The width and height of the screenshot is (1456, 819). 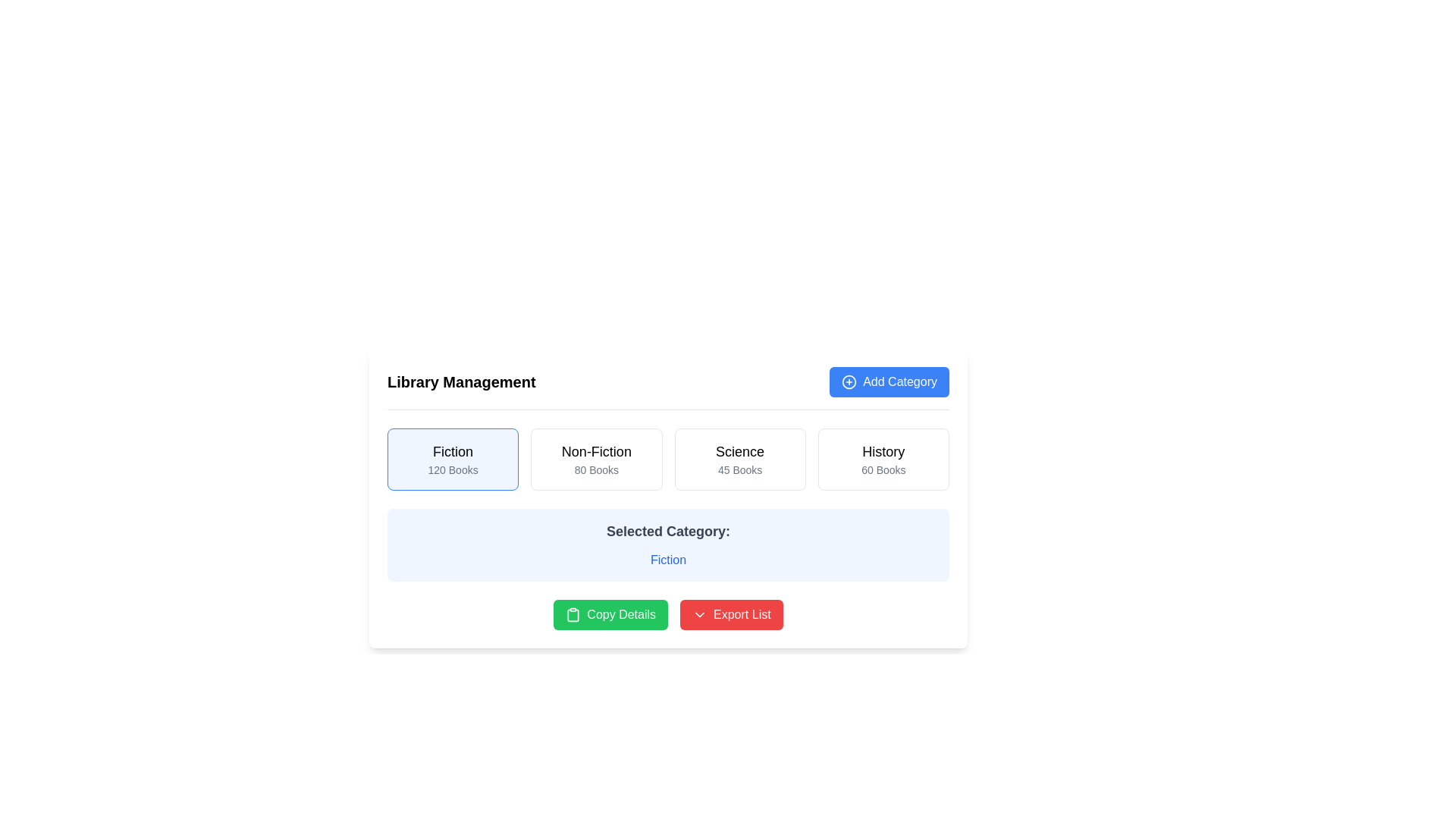 What do you see at coordinates (667, 560) in the screenshot?
I see `the text label styled in blue that reads 'Fiction', located below 'Selected Category:' with a light blue background` at bounding box center [667, 560].